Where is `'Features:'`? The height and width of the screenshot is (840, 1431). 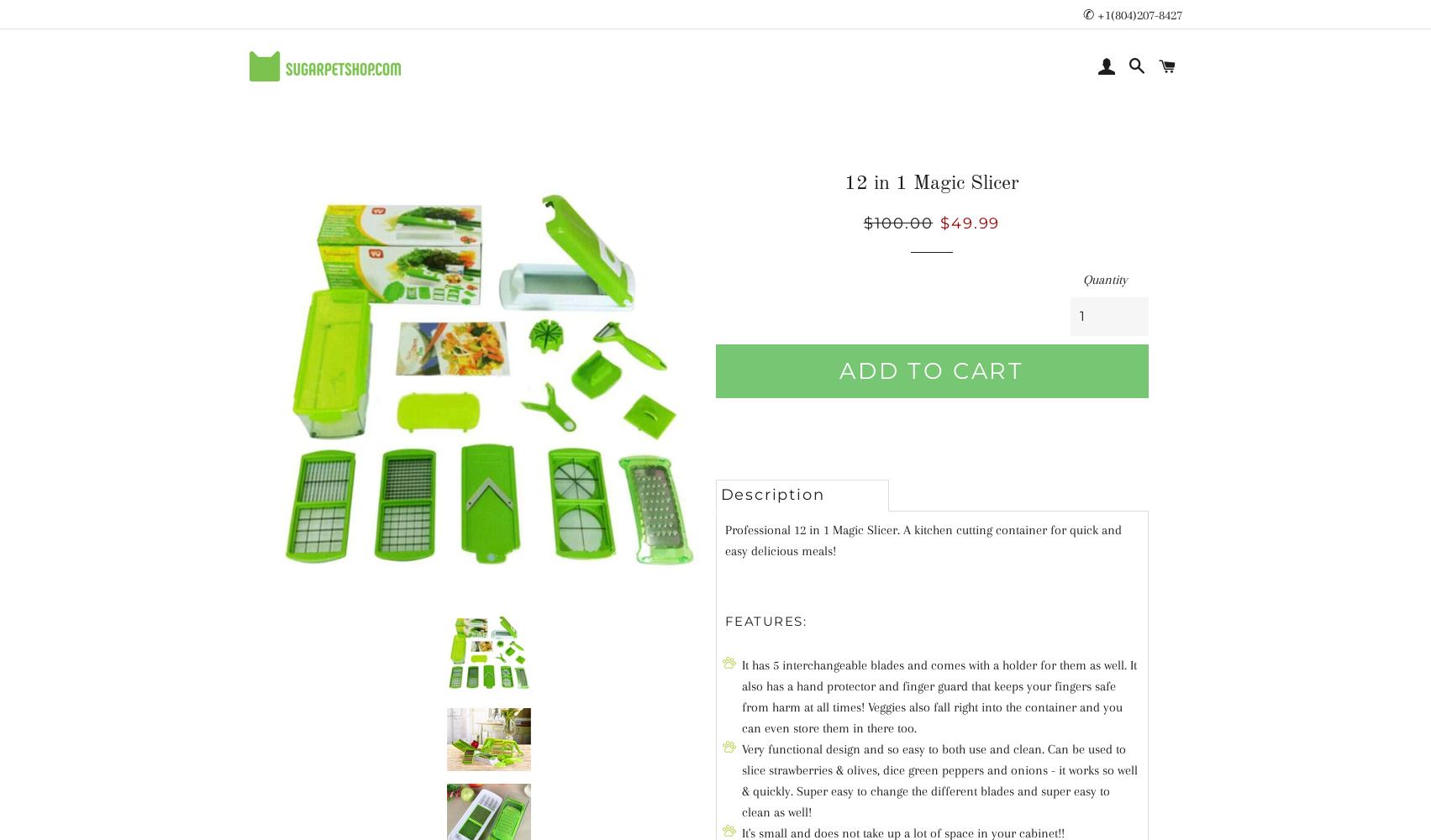
'Features:' is located at coordinates (764, 620).